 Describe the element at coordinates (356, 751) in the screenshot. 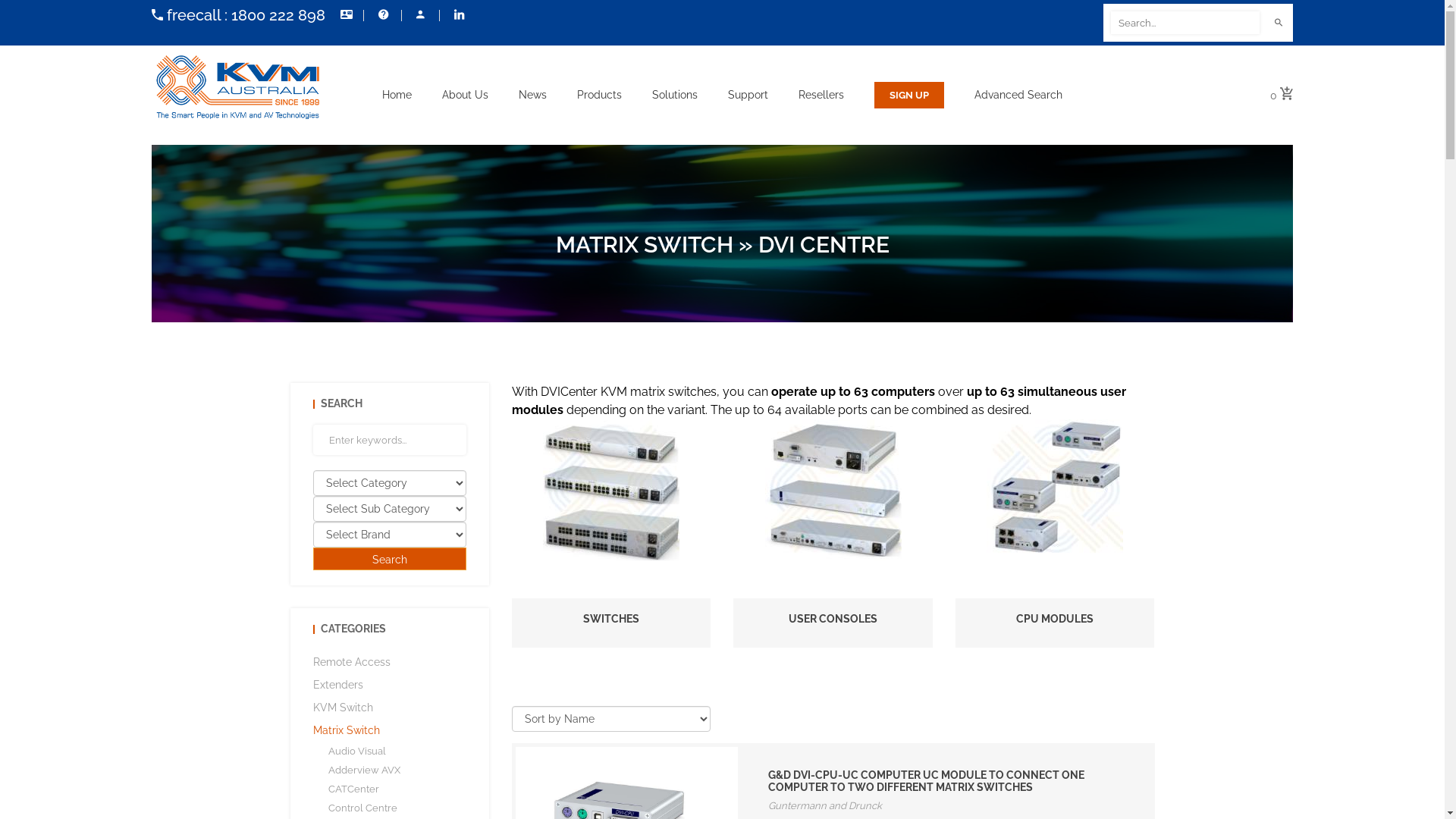

I see `'Audio Visual'` at that location.